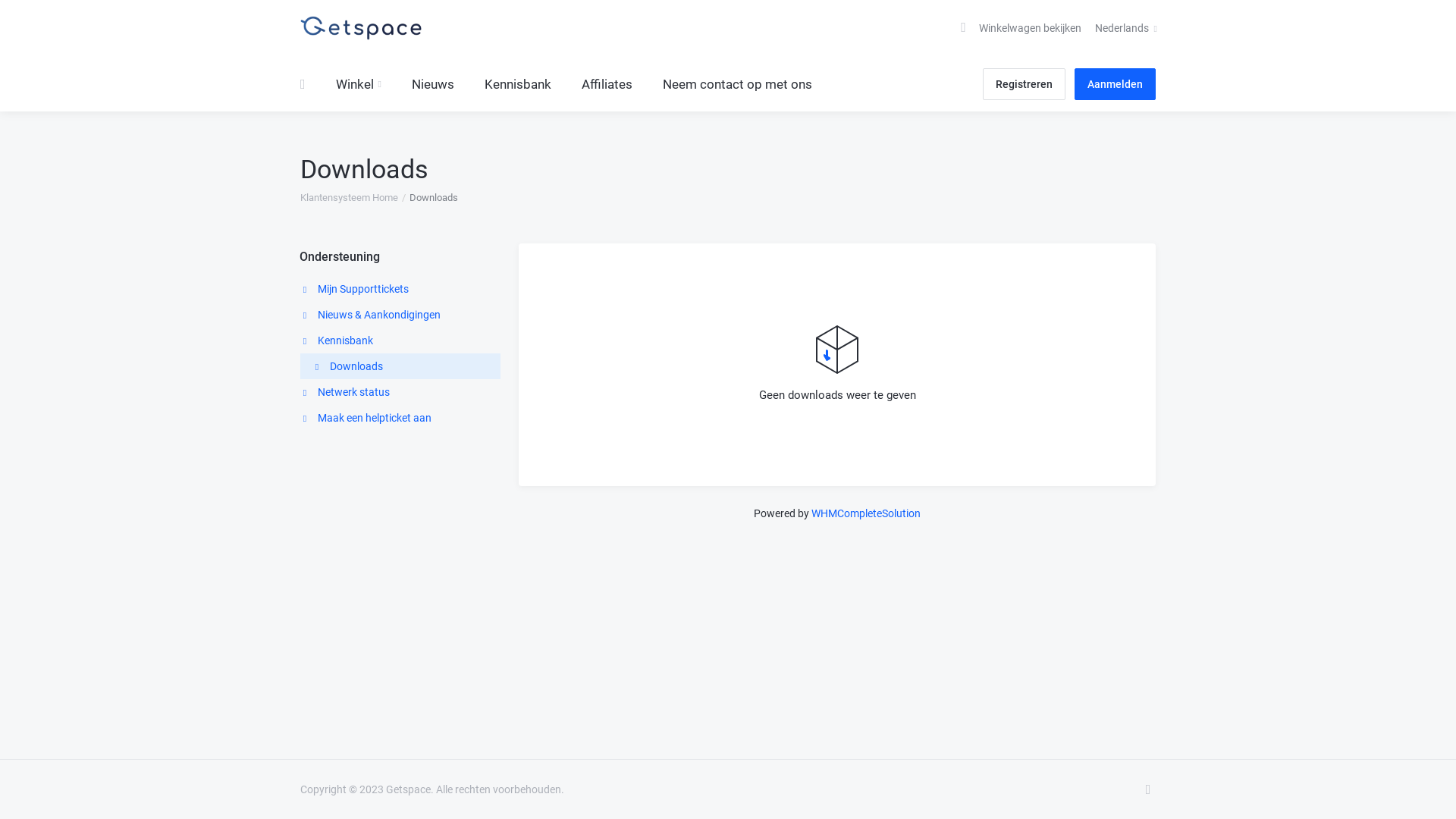 The height and width of the screenshot is (819, 1456). Describe the element at coordinates (1019, 28) in the screenshot. I see `'Winkelwagen bekijken'` at that location.